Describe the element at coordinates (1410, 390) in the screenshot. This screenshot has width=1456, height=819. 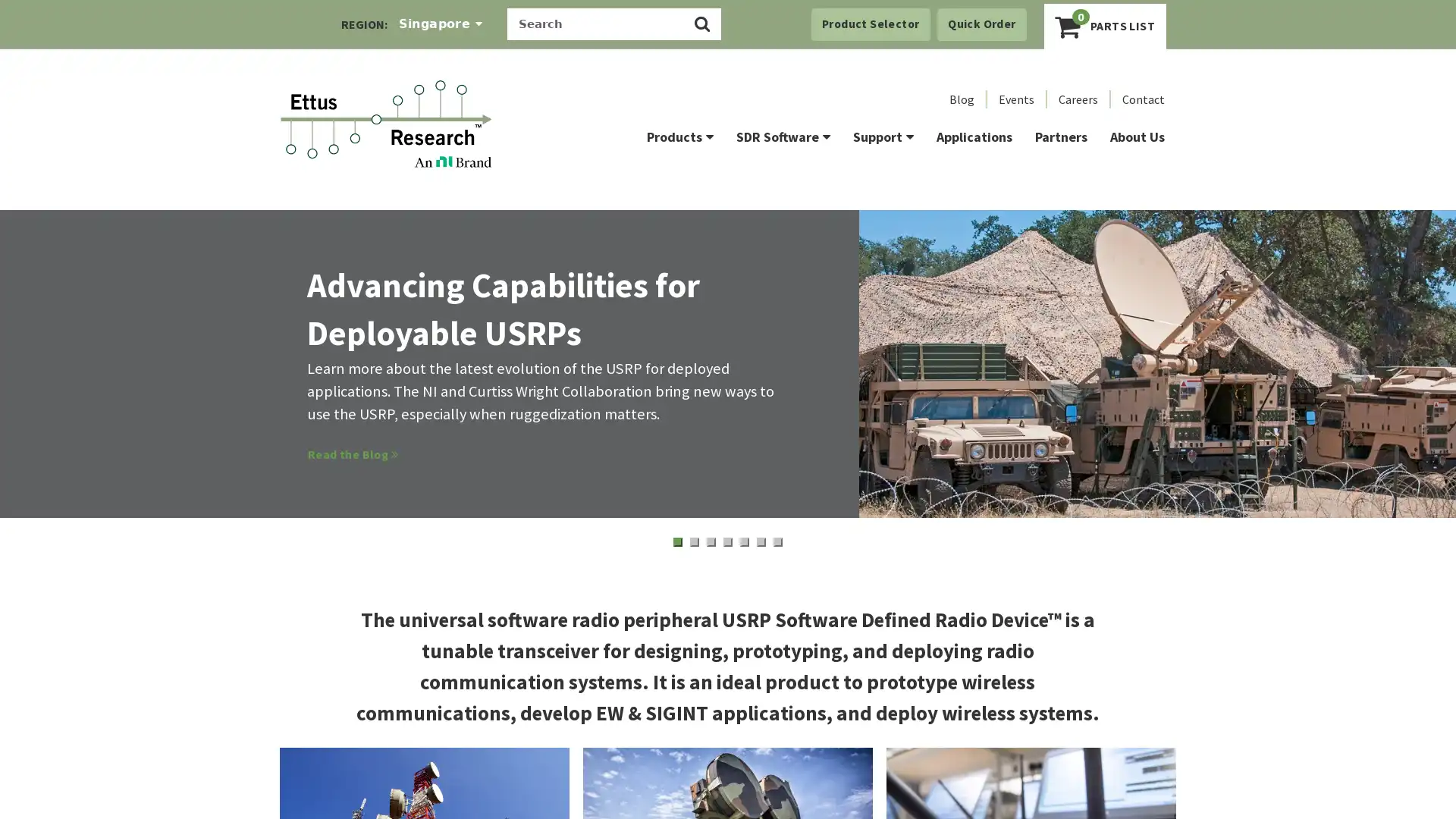
I see `Next` at that location.